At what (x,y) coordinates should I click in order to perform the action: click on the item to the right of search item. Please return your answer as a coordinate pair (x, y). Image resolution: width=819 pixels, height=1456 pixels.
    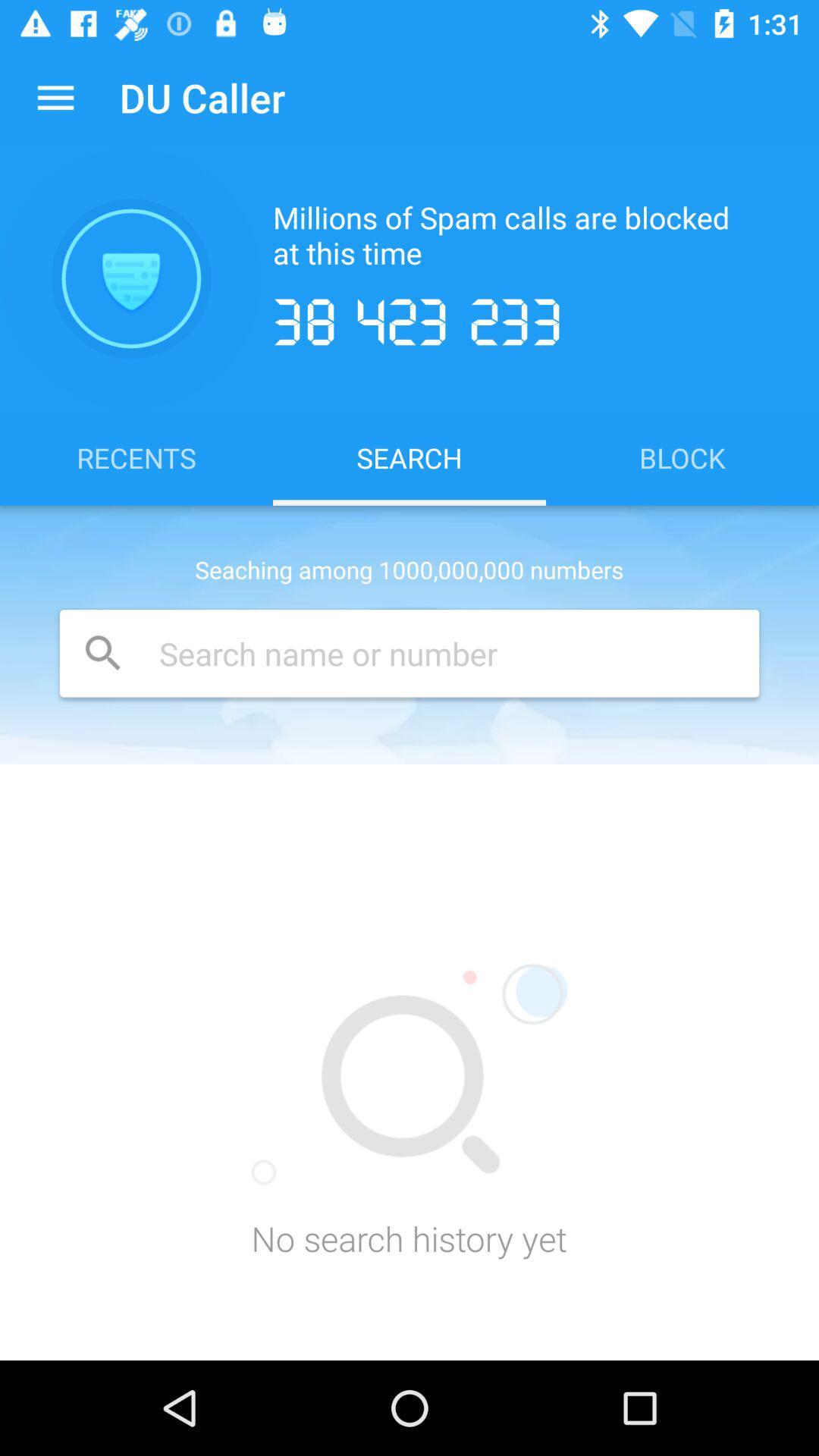
    Looking at the image, I should click on (681, 457).